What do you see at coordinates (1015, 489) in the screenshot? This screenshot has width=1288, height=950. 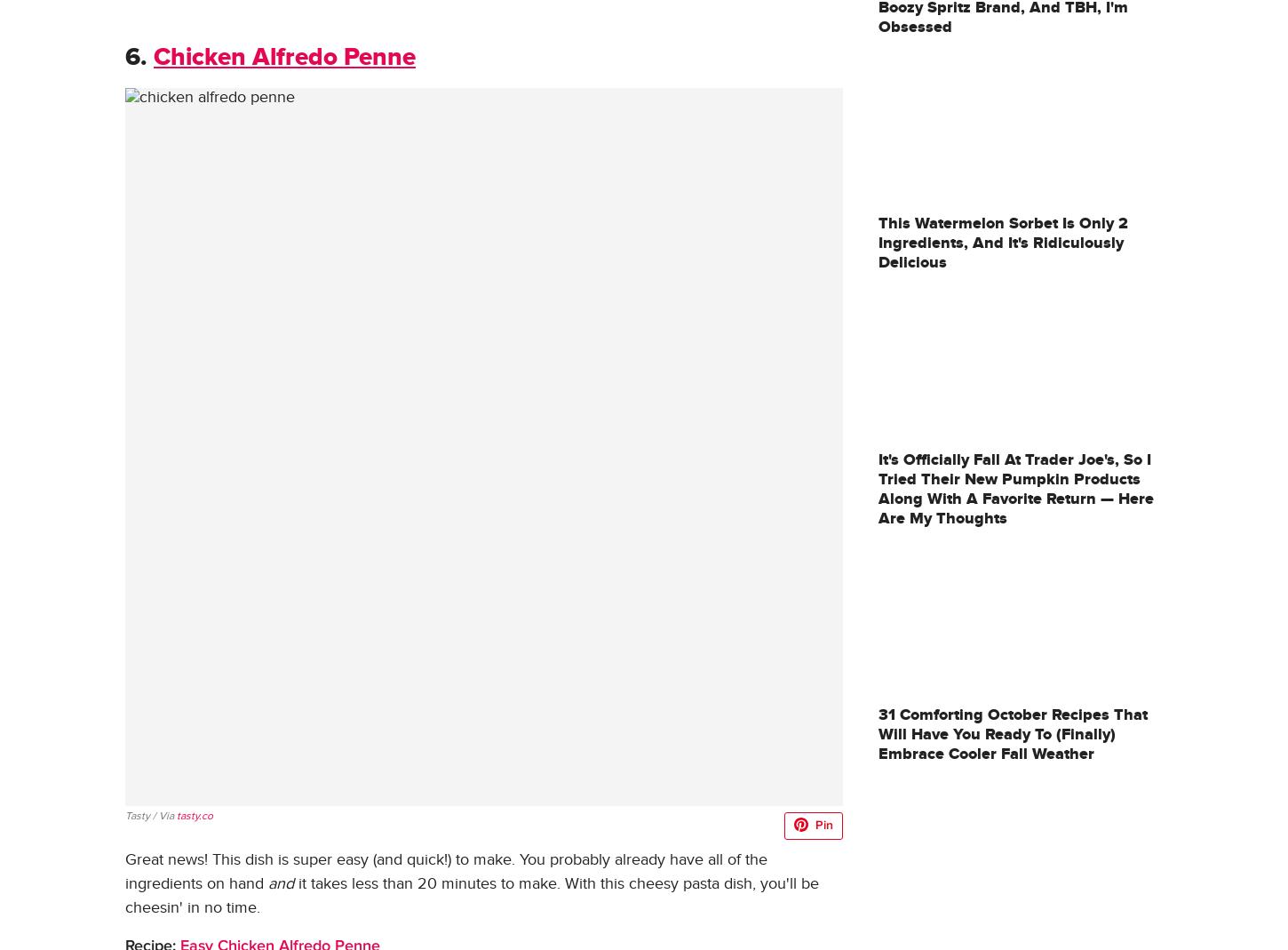 I see `'It's Officially Fall At Trader Joe's, So I Tried Their New Pumpkin Products Along With A Favorite Return — Here Are My Thoughts'` at bounding box center [1015, 489].